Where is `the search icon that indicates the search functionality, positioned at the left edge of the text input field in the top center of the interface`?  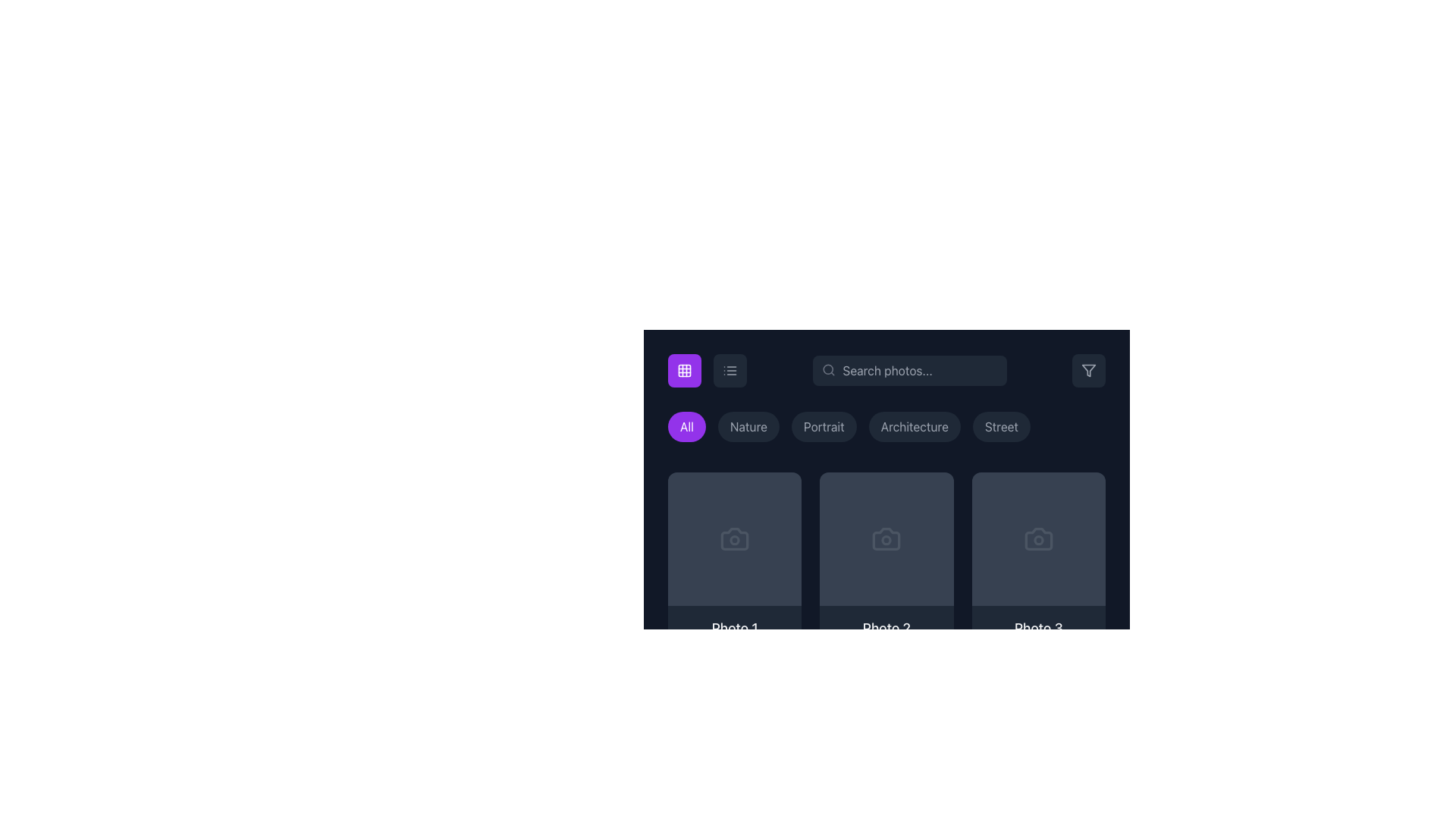 the search icon that indicates the search functionality, positioned at the left edge of the text input field in the top center of the interface is located at coordinates (827, 370).